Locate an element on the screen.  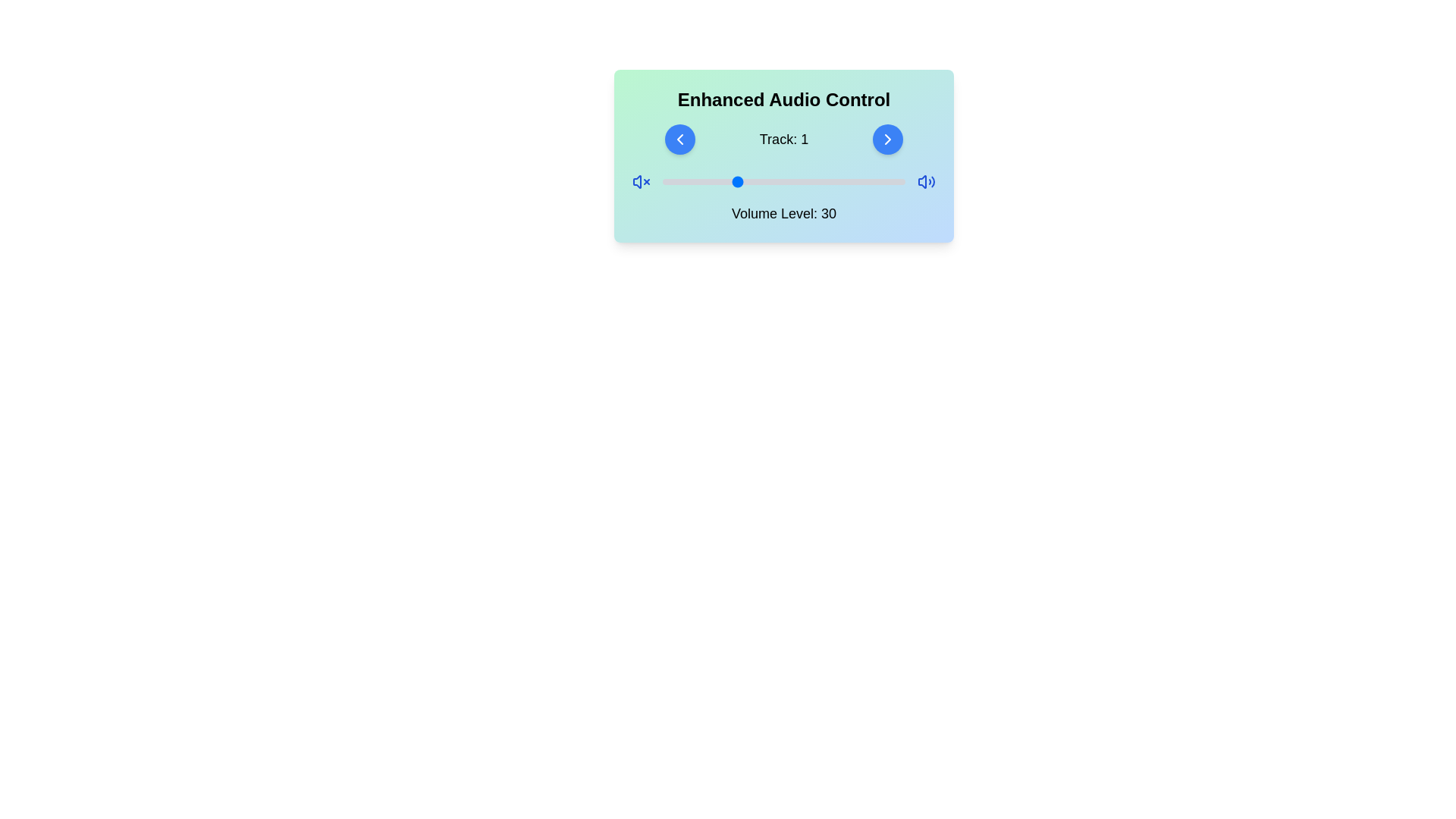
the volume slider to set the volume to 0% is located at coordinates (662, 180).